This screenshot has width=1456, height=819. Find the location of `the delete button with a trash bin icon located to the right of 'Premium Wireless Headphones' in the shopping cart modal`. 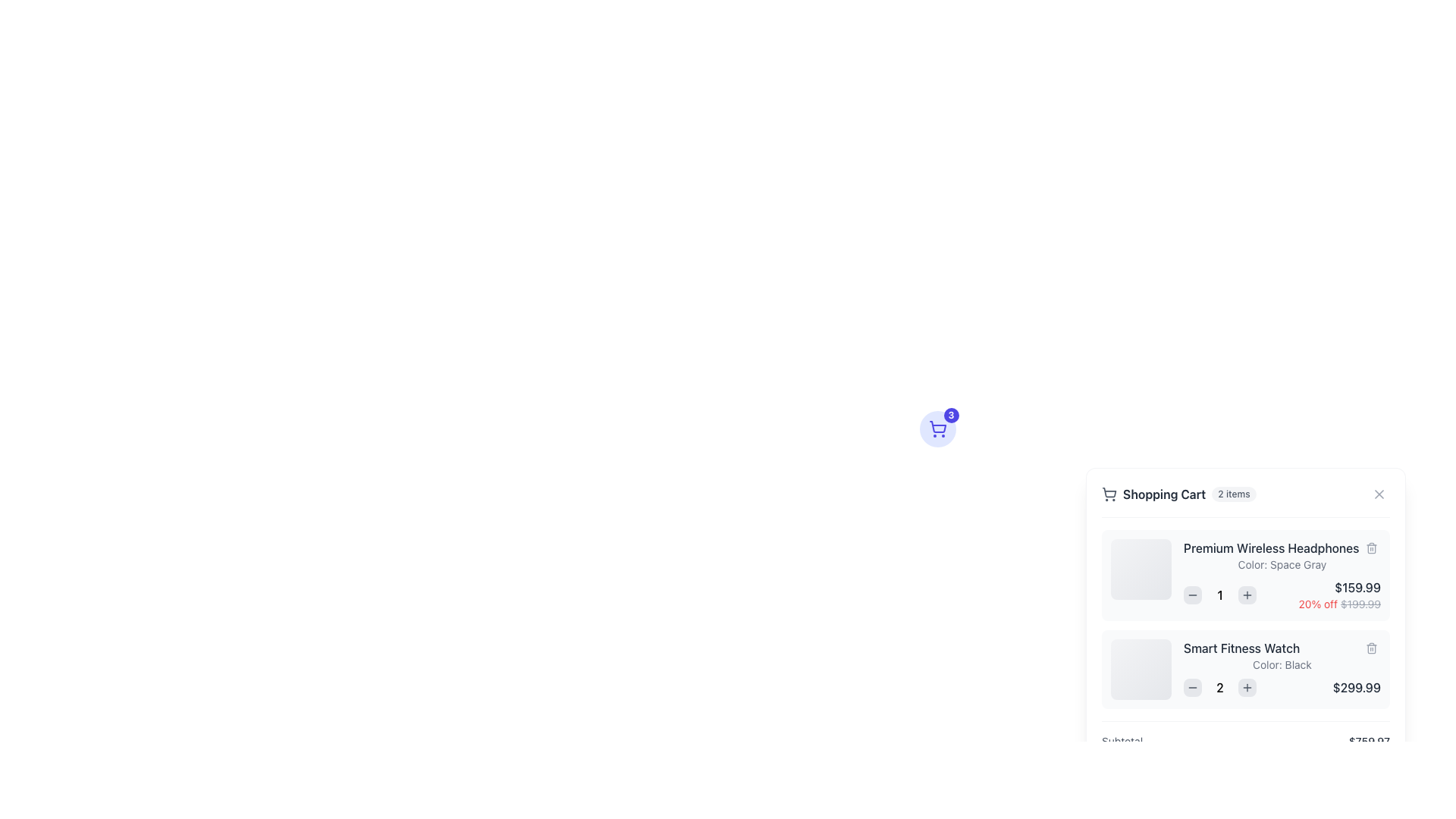

the delete button with a trash bin icon located to the right of 'Premium Wireless Headphones' in the shopping cart modal is located at coordinates (1372, 548).